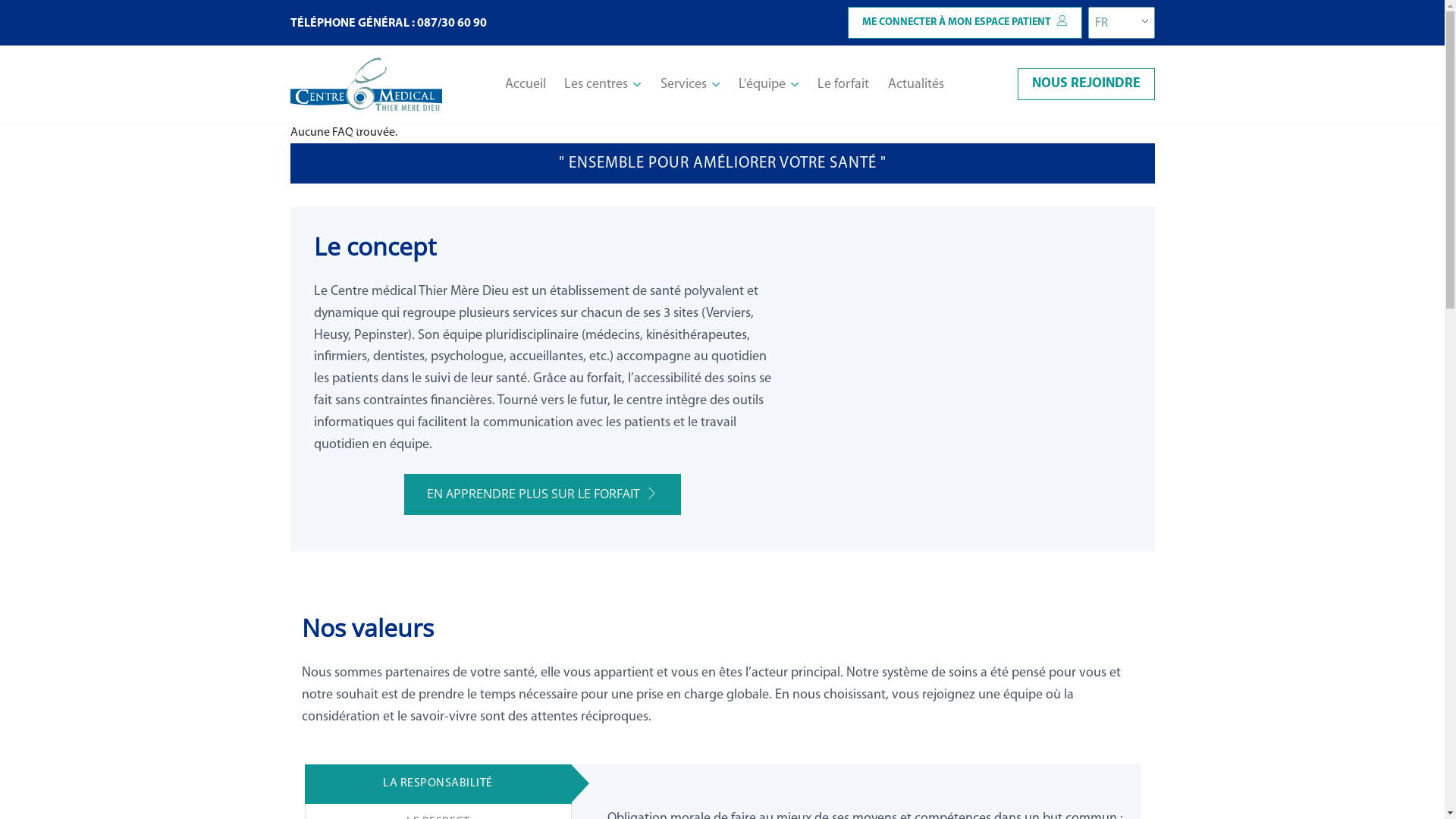 The image size is (1456, 819). I want to click on 'Les centres', so click(602, 84).